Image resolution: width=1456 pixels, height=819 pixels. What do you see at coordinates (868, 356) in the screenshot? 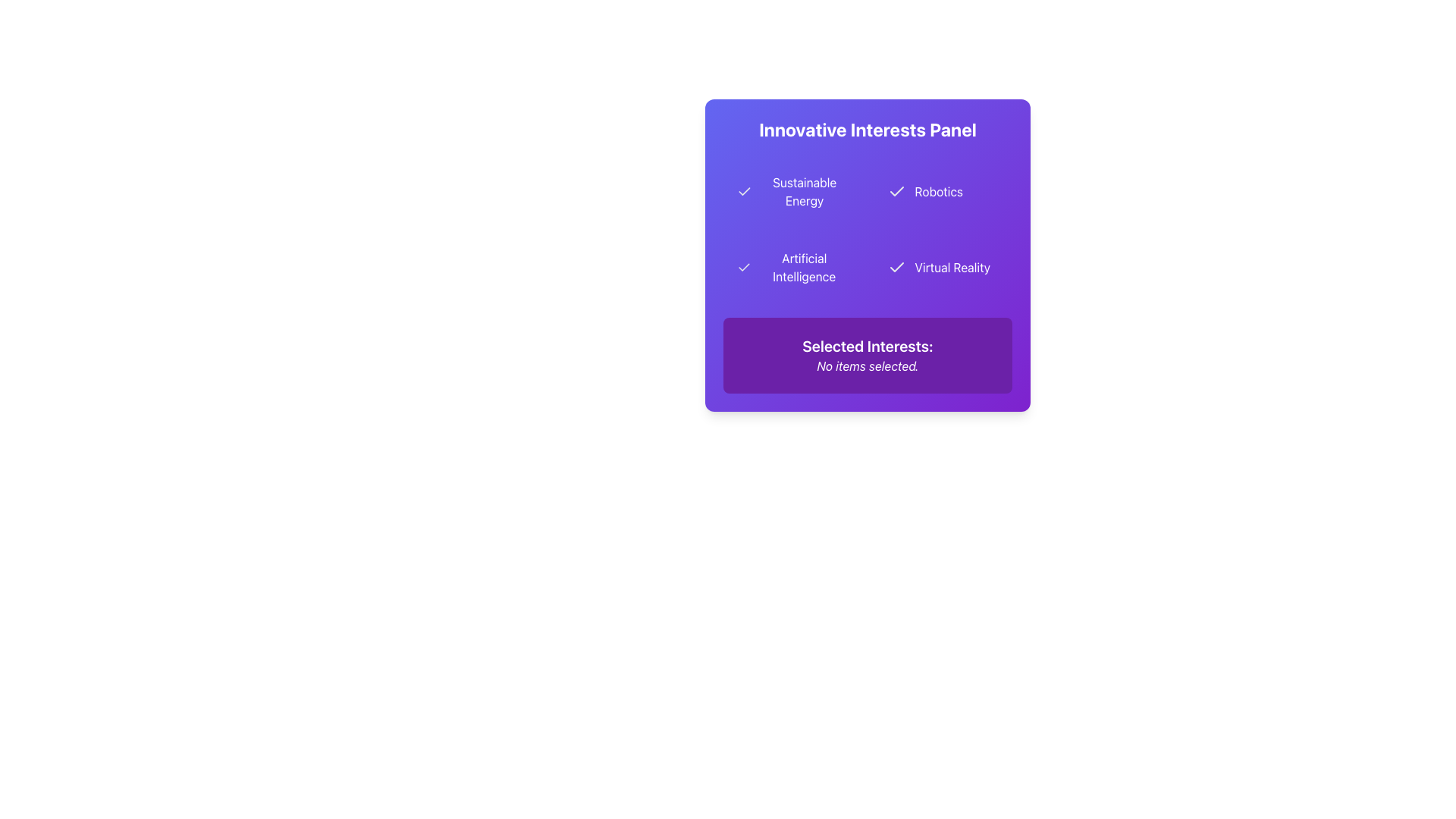
I see `the Static informational panel that displays the user's selected interests, located at the bottom center of the 'Innovative Interests Panel'` at bounding box center [868, 356].